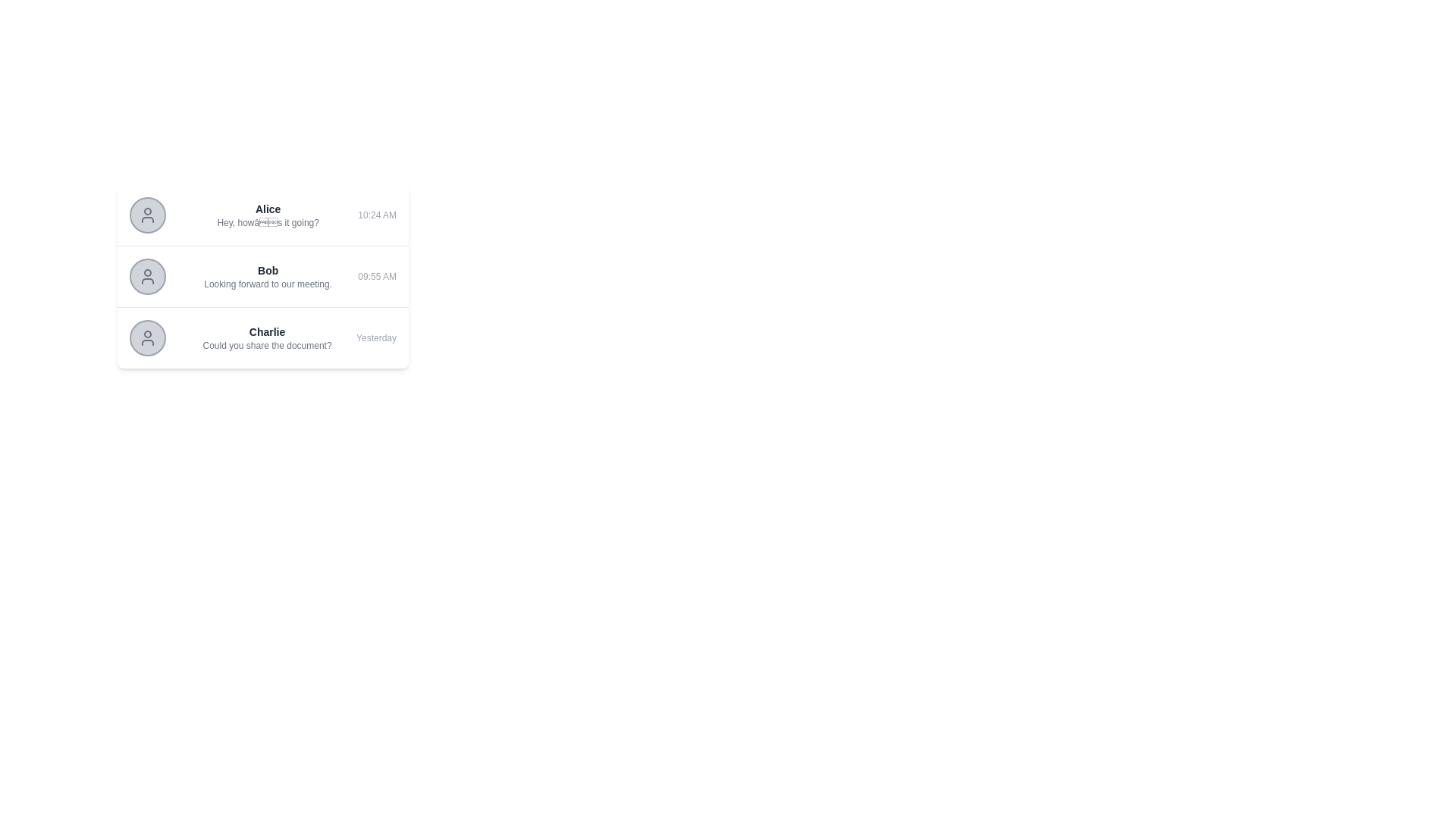 Image resolution: width=1456 pixels, height=819 pixels. I want to click on the text label that identifies the sender or participant in the conversation, located above the message 'Could you share the document?' in the third row of the list, so click(267, 331).